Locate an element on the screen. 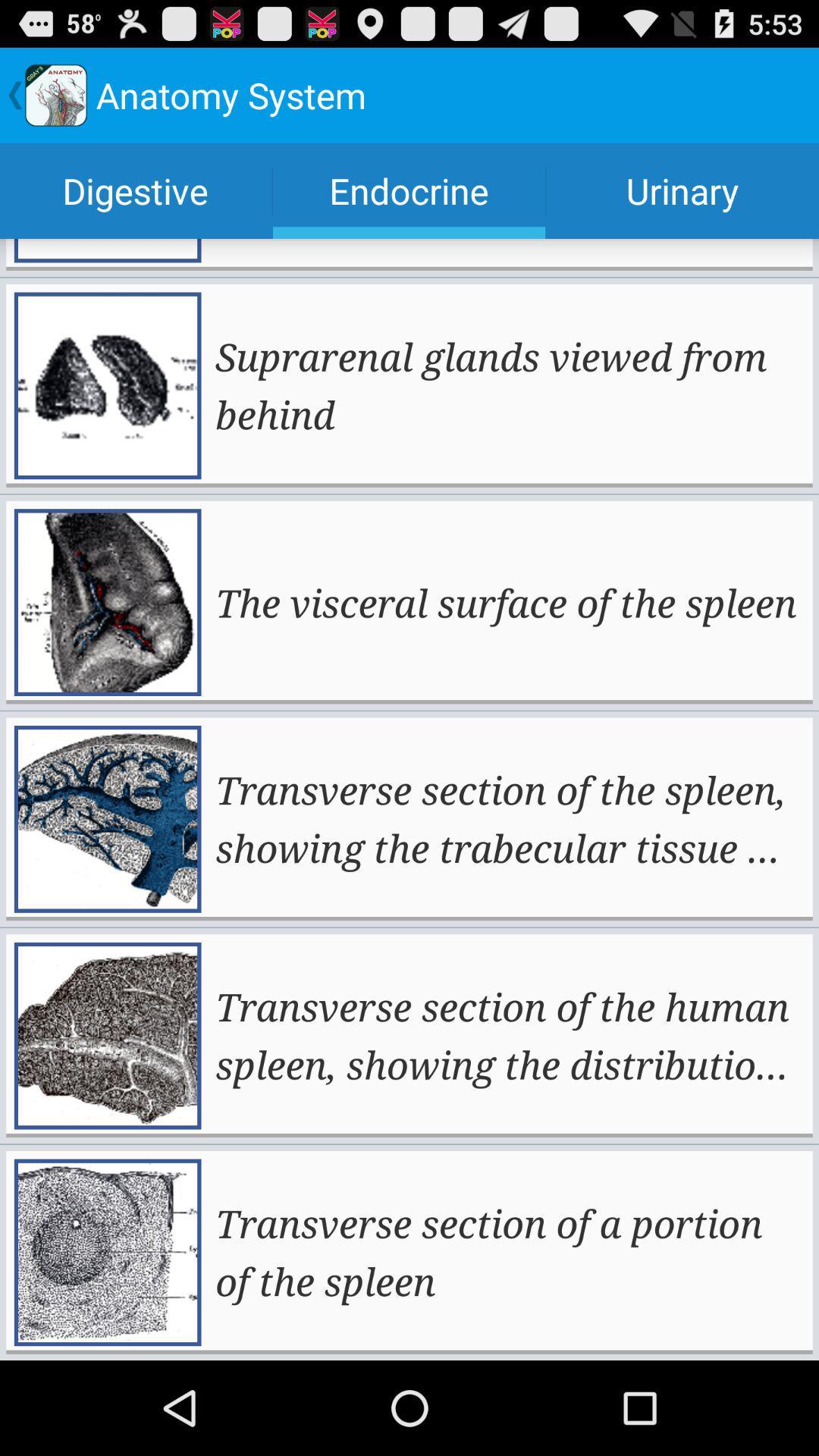 Image resolution: width=819 pixels, height=1456 pixels. the the visceral surface item is located at coordinates (506, 601).